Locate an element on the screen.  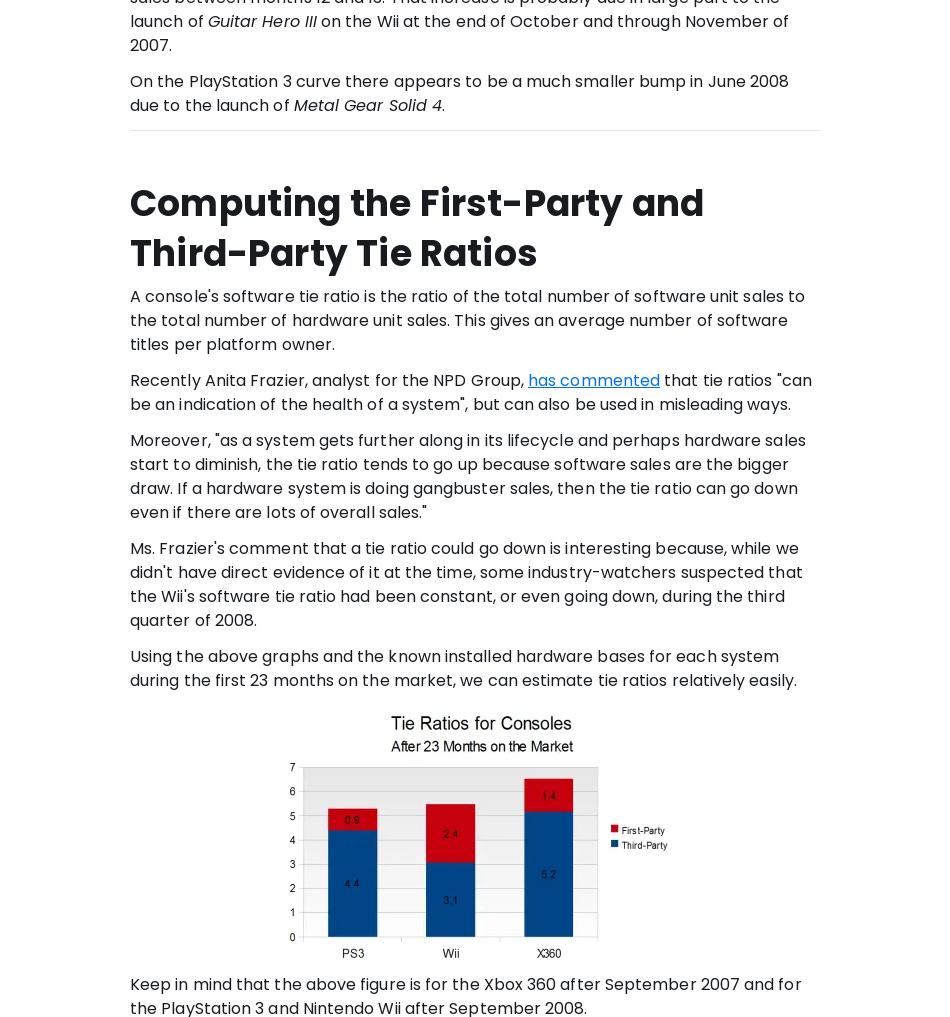
'Metal Gear Solid 4' is located at coordinates (366, 104).